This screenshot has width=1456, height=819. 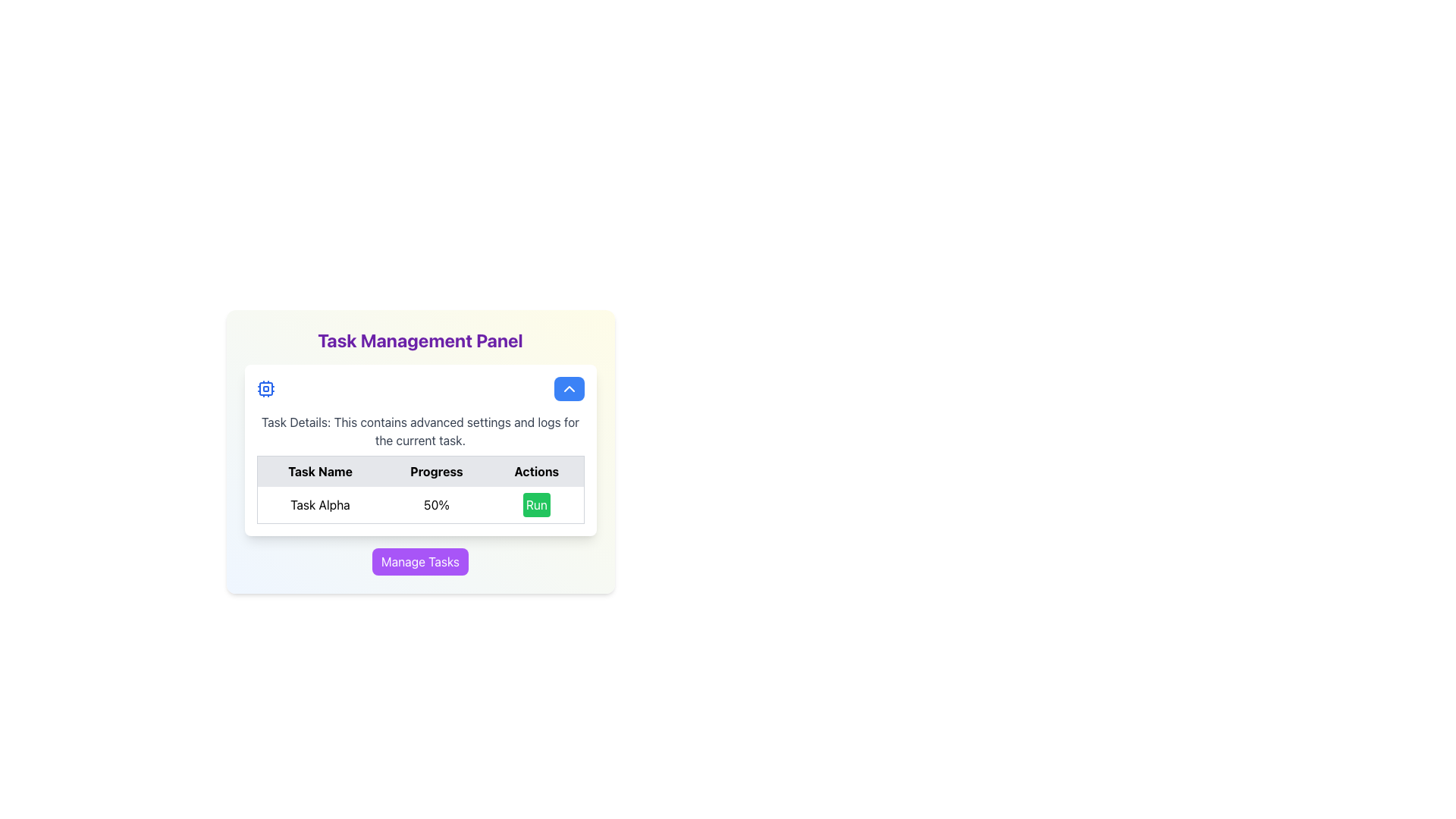 What do you see at coordinates (420, 489) in the screenshot?
I see `displayed progress value '50%' from the table cell located in the second column of the second row under the 'Progress' header` at bounding box center [420, 489].